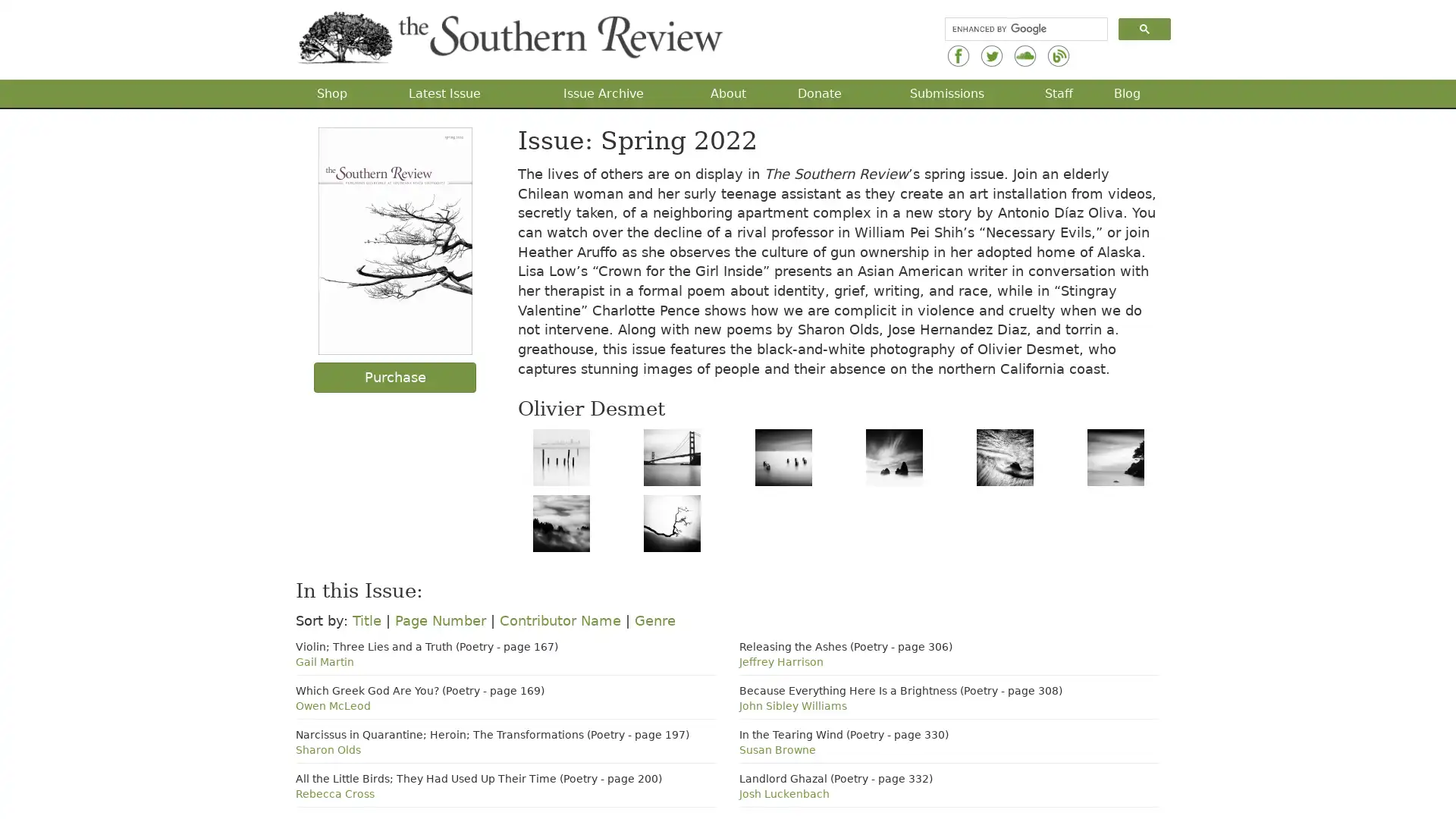 The height and width of the screenshot is (819, 1456). I want to click on search, so click(1144, 28).